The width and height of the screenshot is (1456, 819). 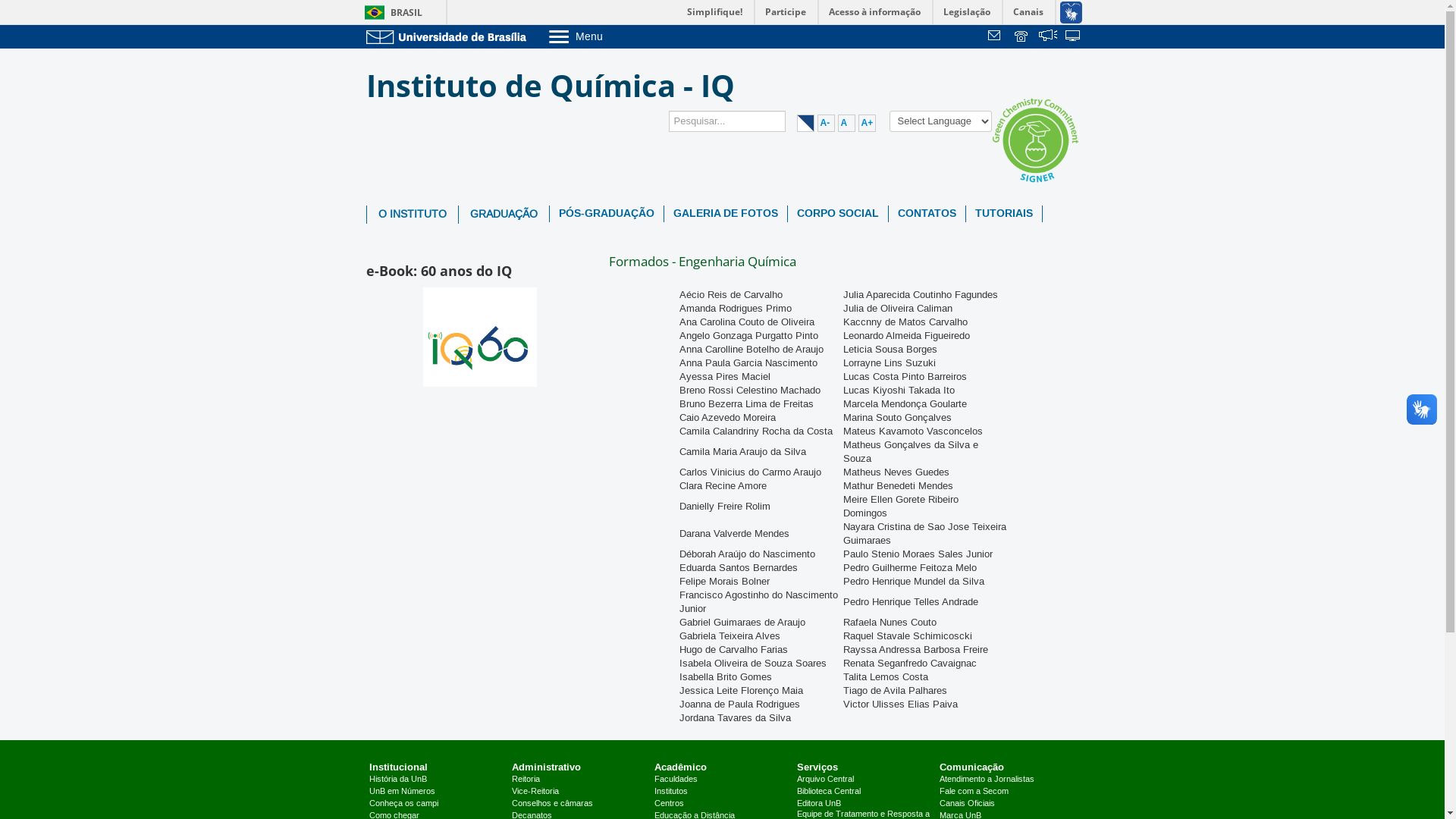 What do you see at coordinates (1073, 36) in the screenshot?
I see `' '` at bounding box center [1073, 36].